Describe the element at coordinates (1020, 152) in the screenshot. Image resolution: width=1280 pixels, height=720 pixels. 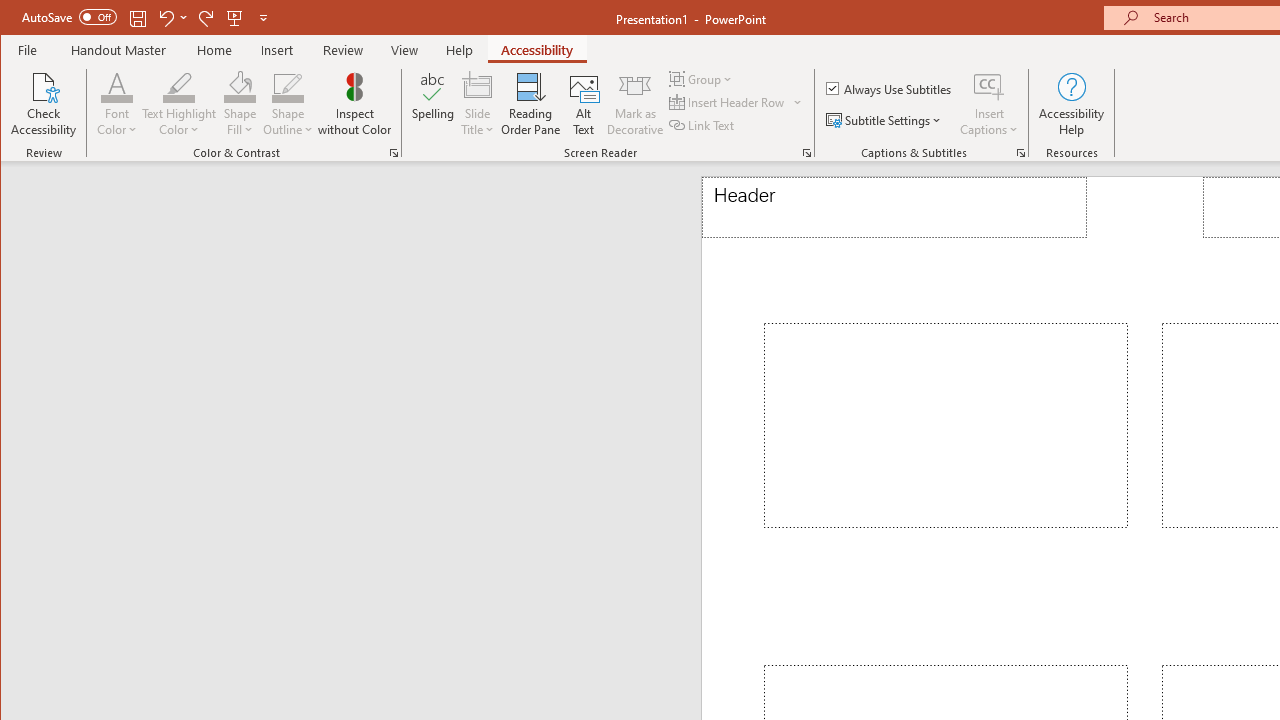
I see `'Captions & Subtitles'` at that location.